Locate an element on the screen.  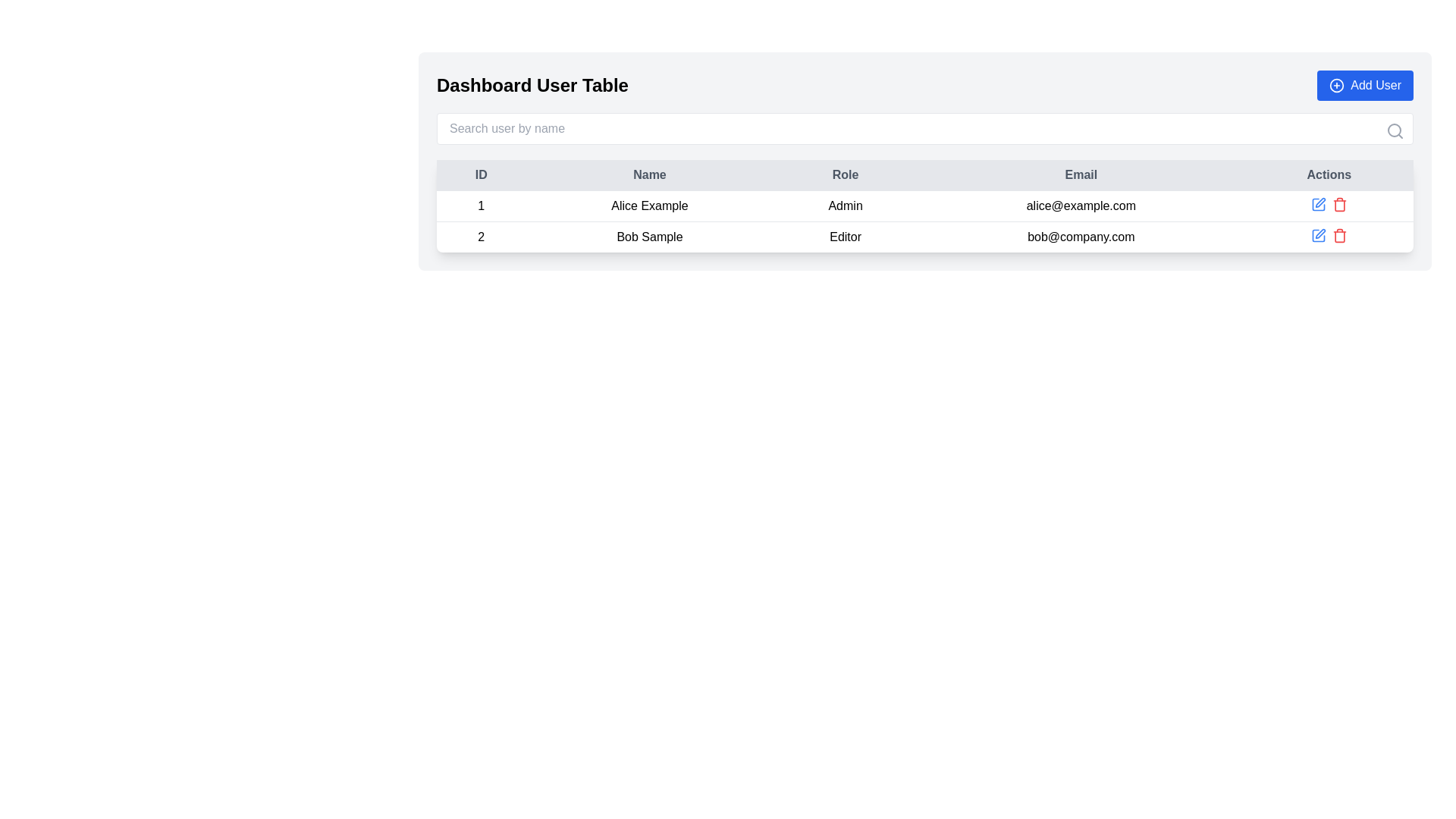
bold, large-sized textual label that reads 'Dashboard User Table', which serves as the title of the section is located at coordinates (532, 85).